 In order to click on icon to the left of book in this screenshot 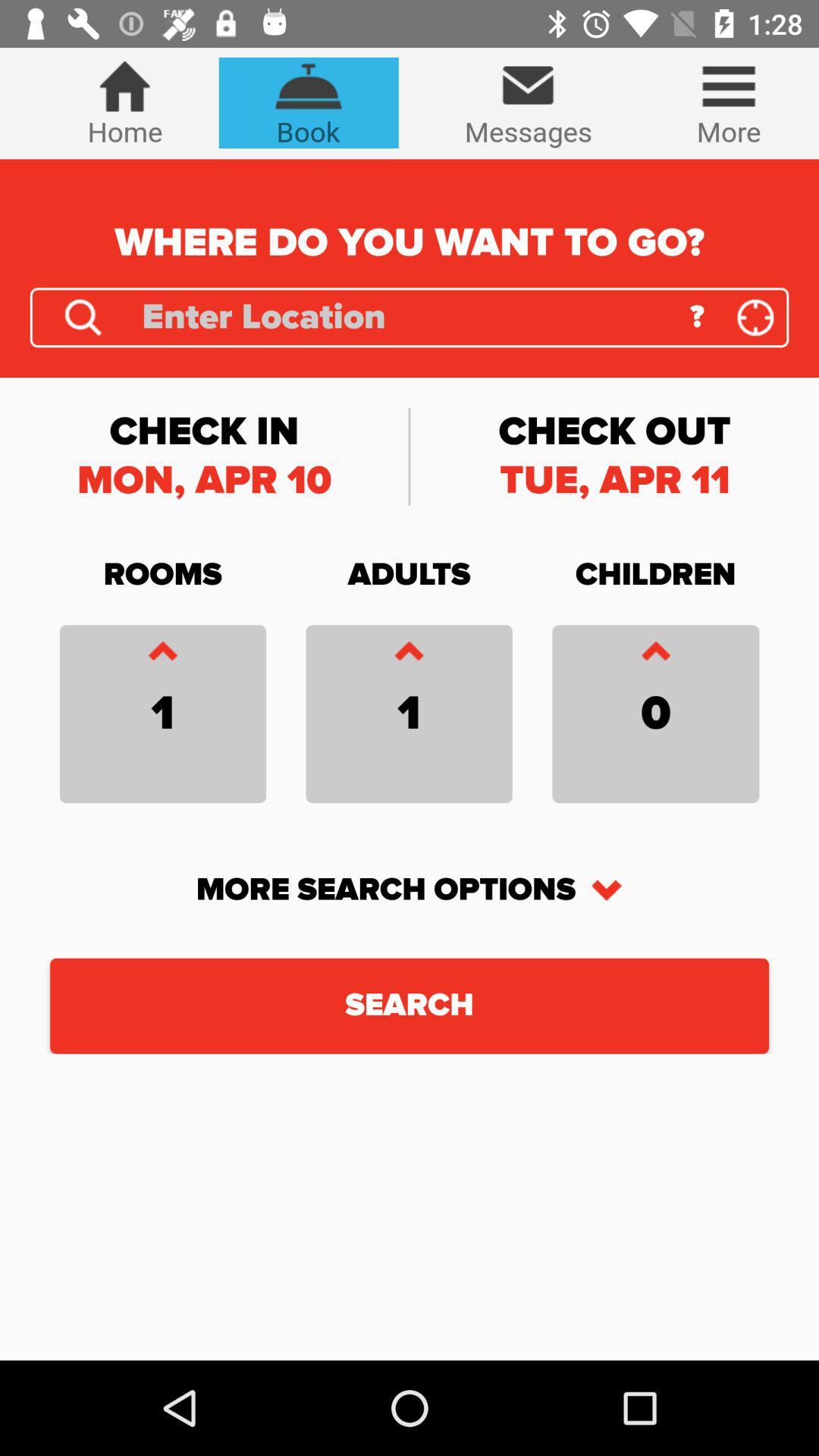, I will do `click(124, 102)`.